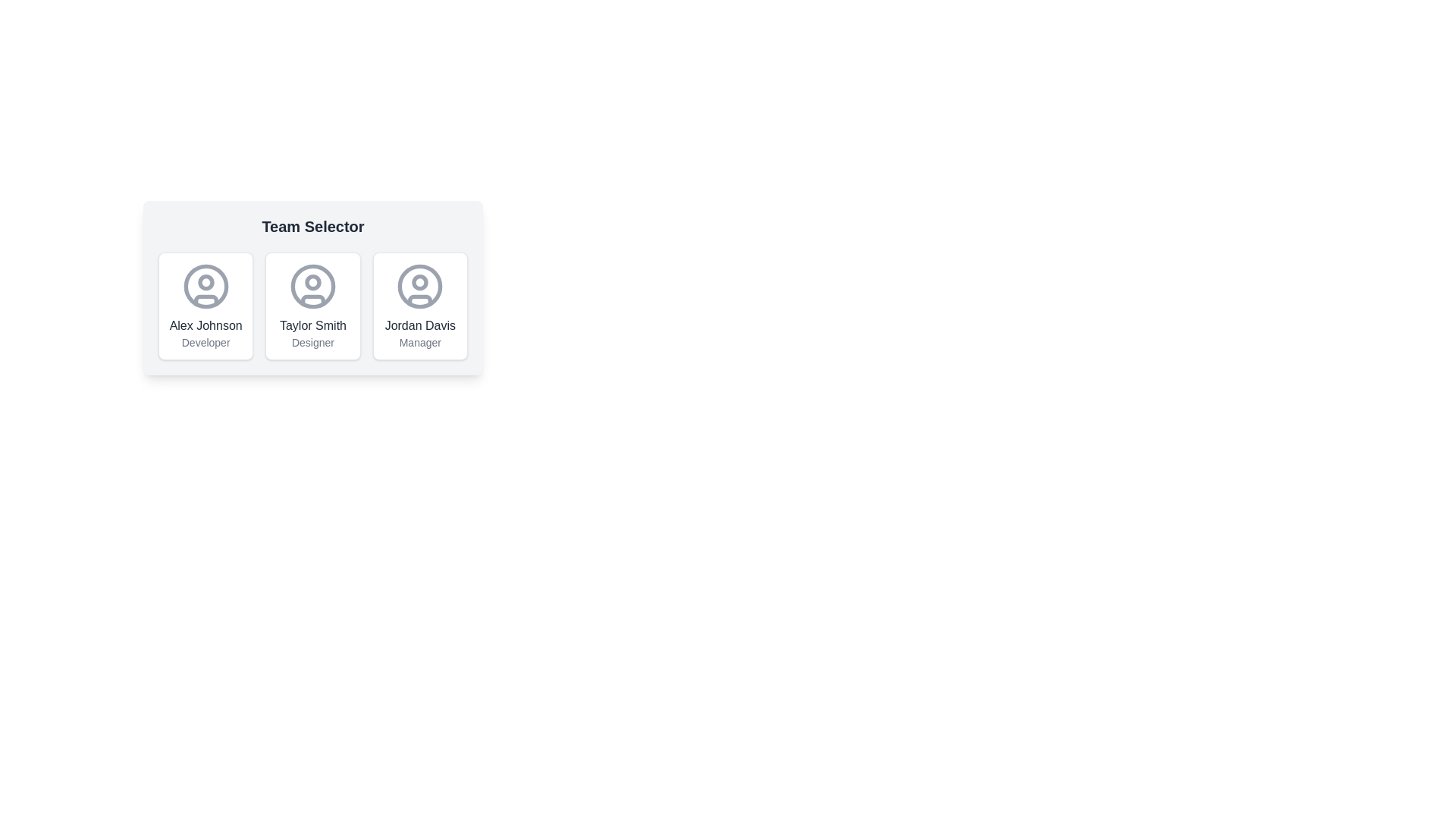 The height and width of the screenshot is (819, 1456). Describe the element at coordinates (420, 287) in the screenshot. I see `the user avatar icon representing 'Jordan Davis' located in the rightmost profile card under the 'Team Selector' section` at that location.